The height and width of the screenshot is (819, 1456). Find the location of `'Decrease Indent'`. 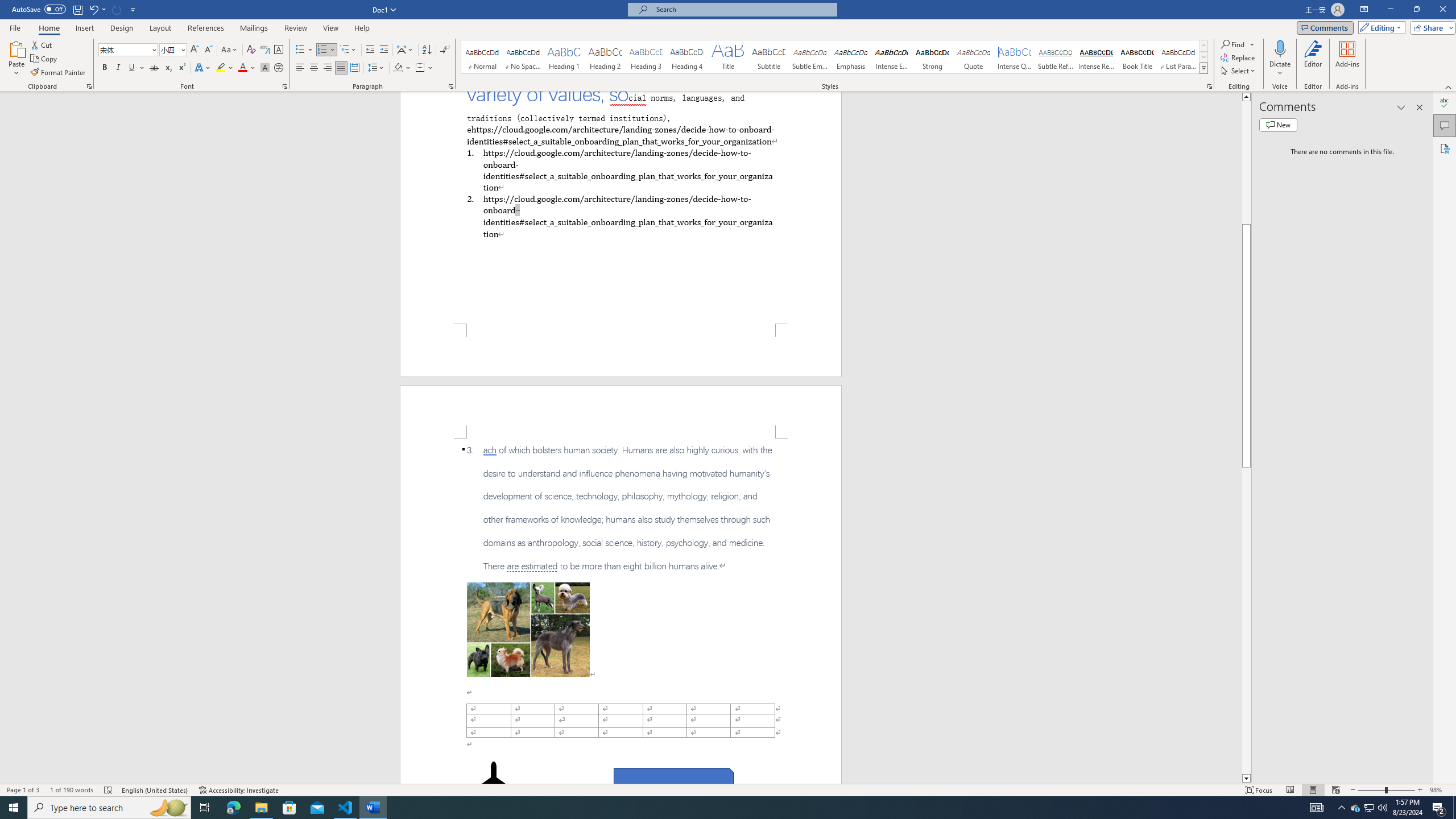

'Decrease Indent' is located at coordinates (370, 49).